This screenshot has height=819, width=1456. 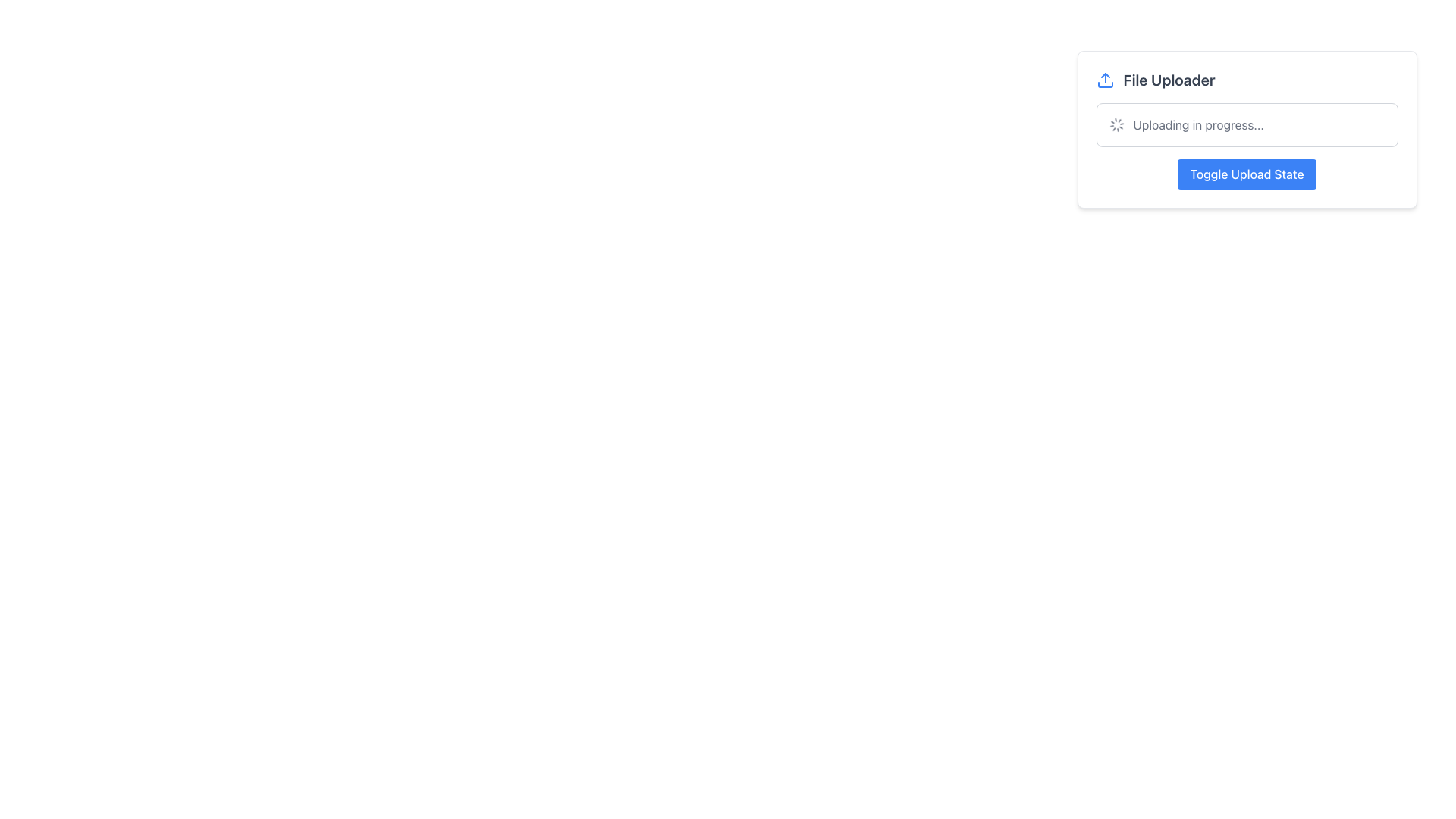 I want to click on the toggle button located beneath the text 'Uploading in progress...' inside the 'File Uploader' box, so click(x=1247, y=174).